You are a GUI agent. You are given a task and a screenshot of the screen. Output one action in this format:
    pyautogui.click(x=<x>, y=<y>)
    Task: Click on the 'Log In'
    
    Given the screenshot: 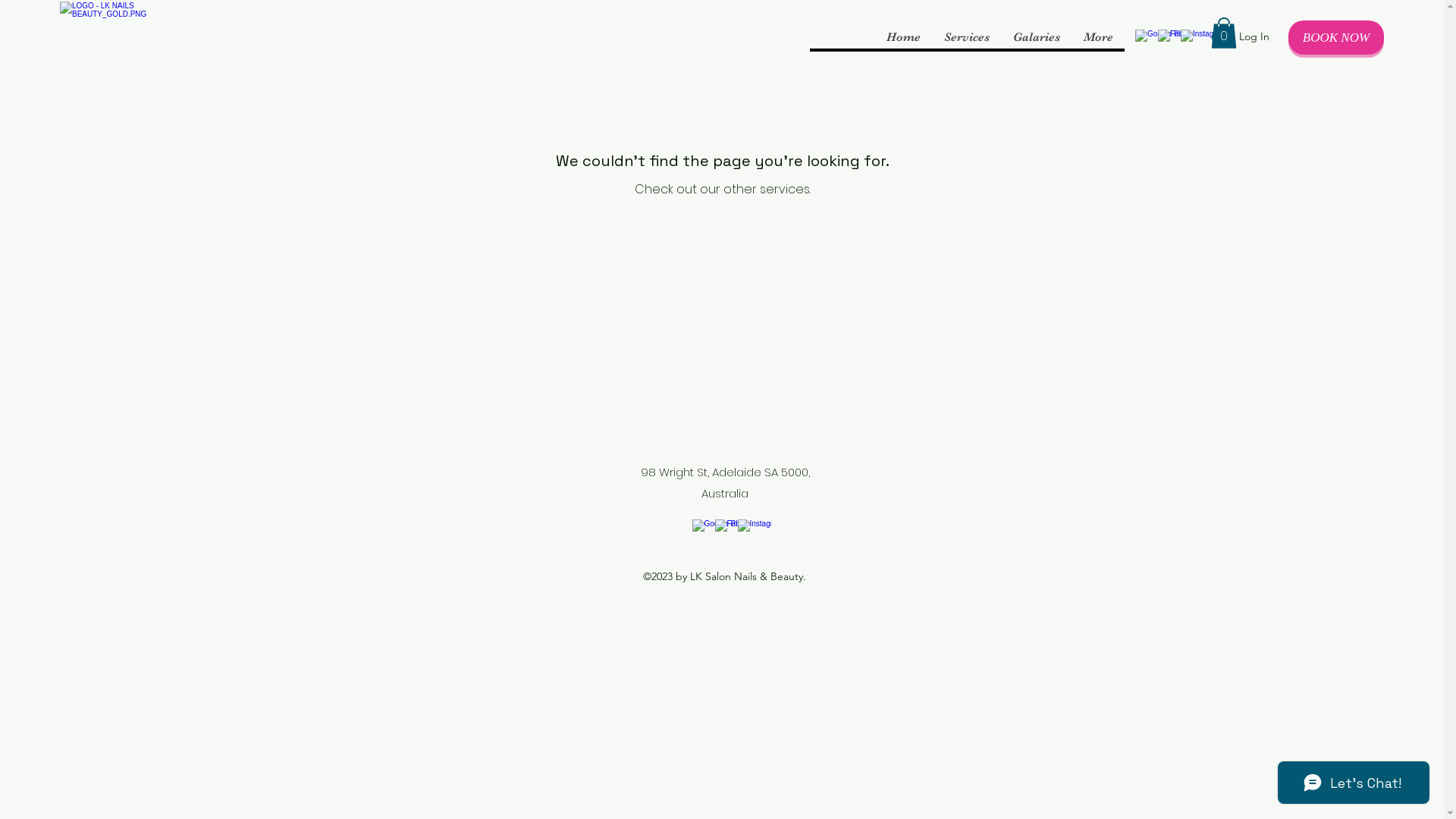 What is the action you would take?
    pyautogui.click(x=1235, y=36)
    